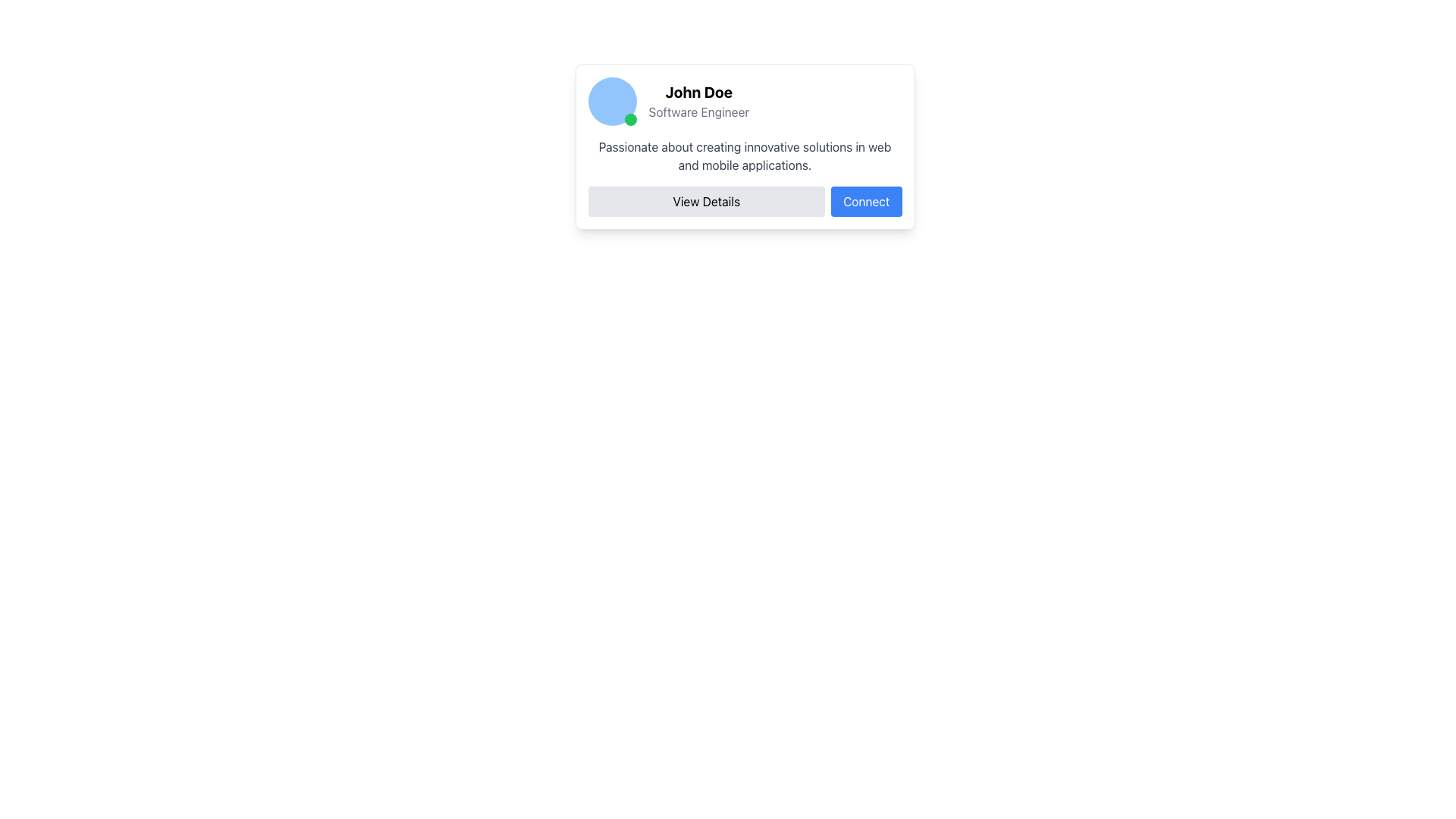  Describe the element at coordinates (698, 93) in the screenshot. I see `the bold text element displaying the name 'John Doe', which is positioned above the text 'Software Engineer' in the card layout` at that location.